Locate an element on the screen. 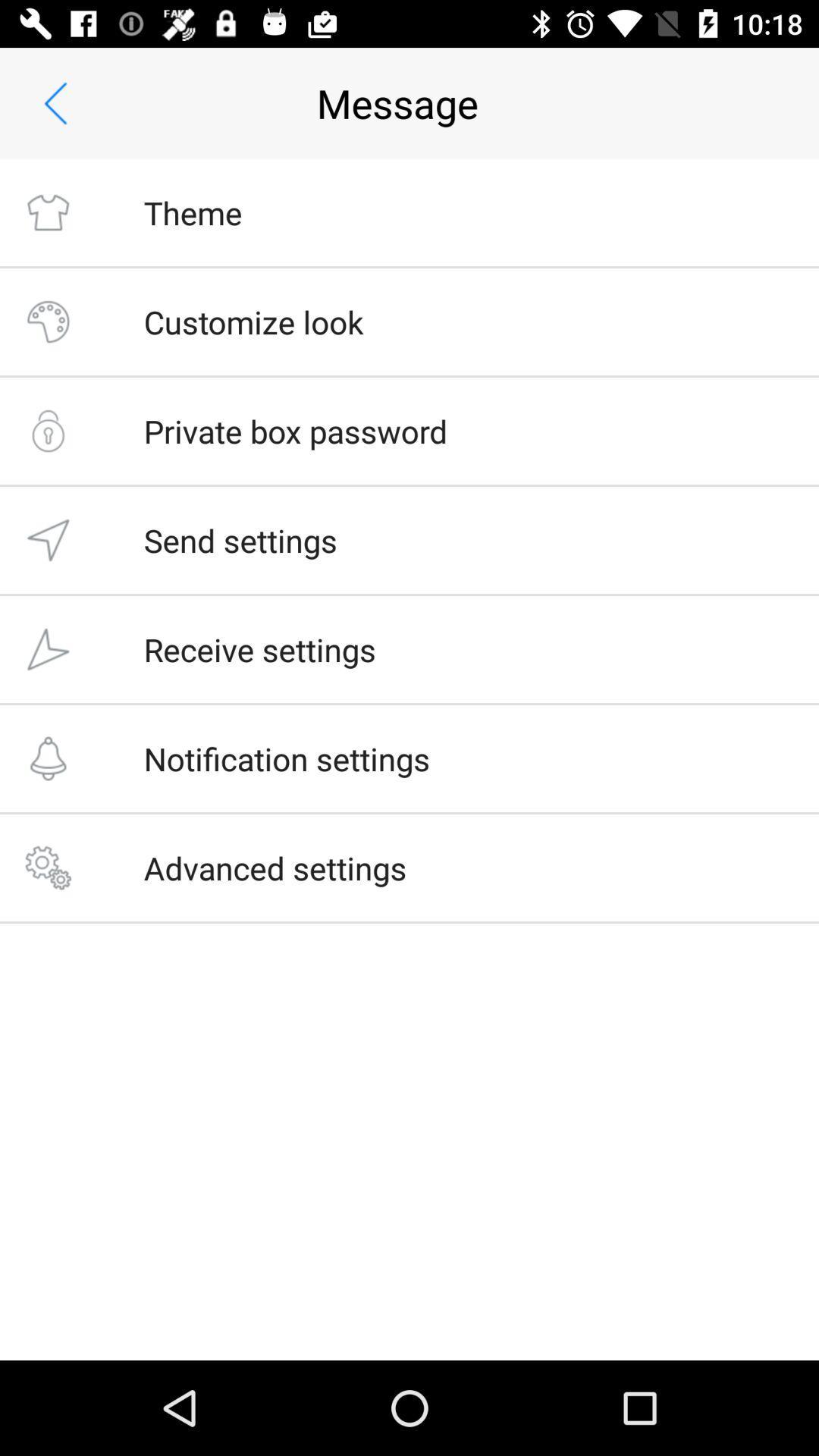 The image size is (819, 1456). the icon above the notification settings icon is located at coordinates (259, 649).